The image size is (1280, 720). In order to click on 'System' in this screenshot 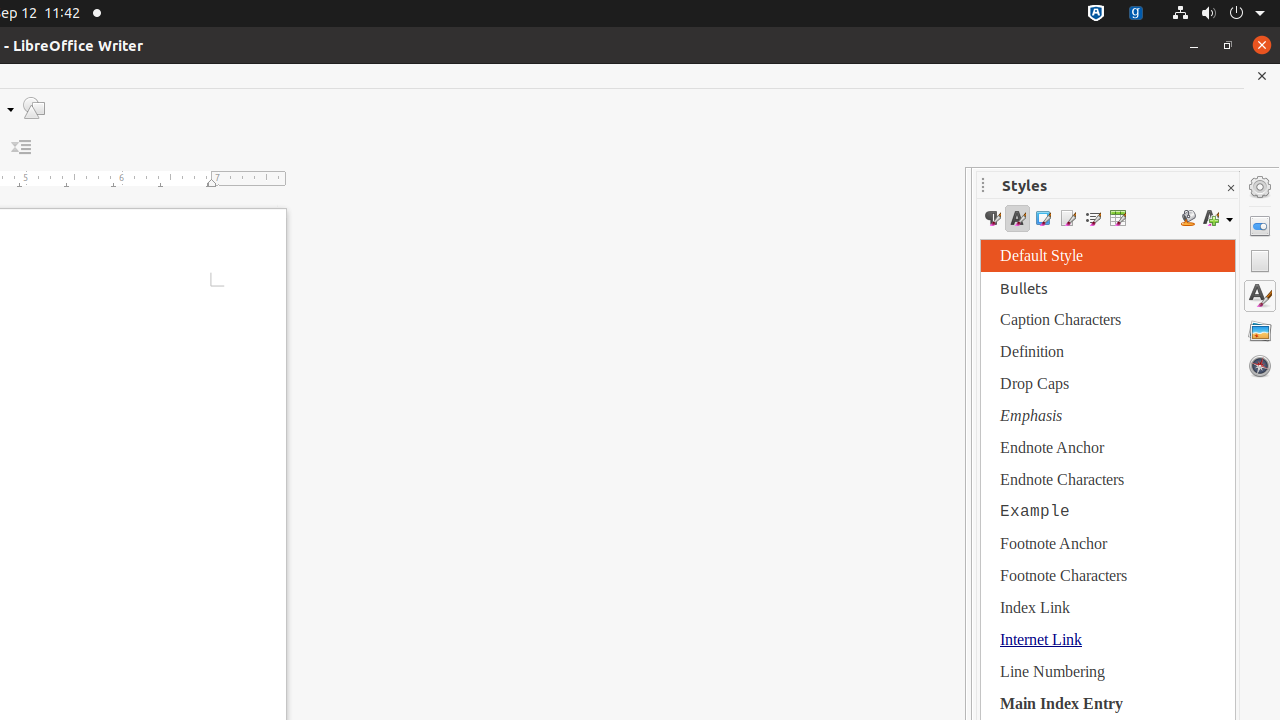, I will do `click(1217, 13)`.